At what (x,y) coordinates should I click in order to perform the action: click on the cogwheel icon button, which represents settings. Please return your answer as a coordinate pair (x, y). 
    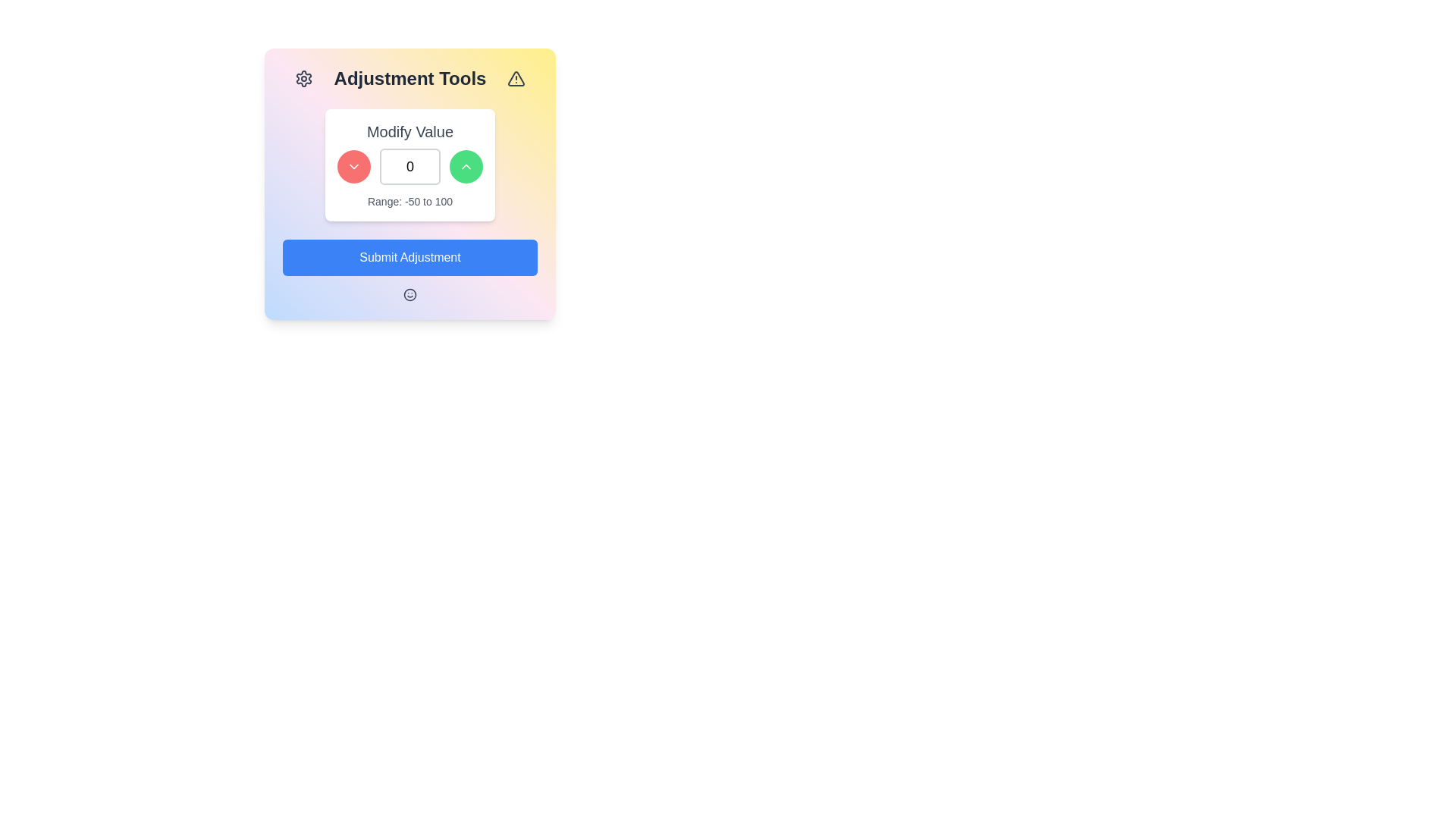
    Looking at the image, I should click on (303, 79).